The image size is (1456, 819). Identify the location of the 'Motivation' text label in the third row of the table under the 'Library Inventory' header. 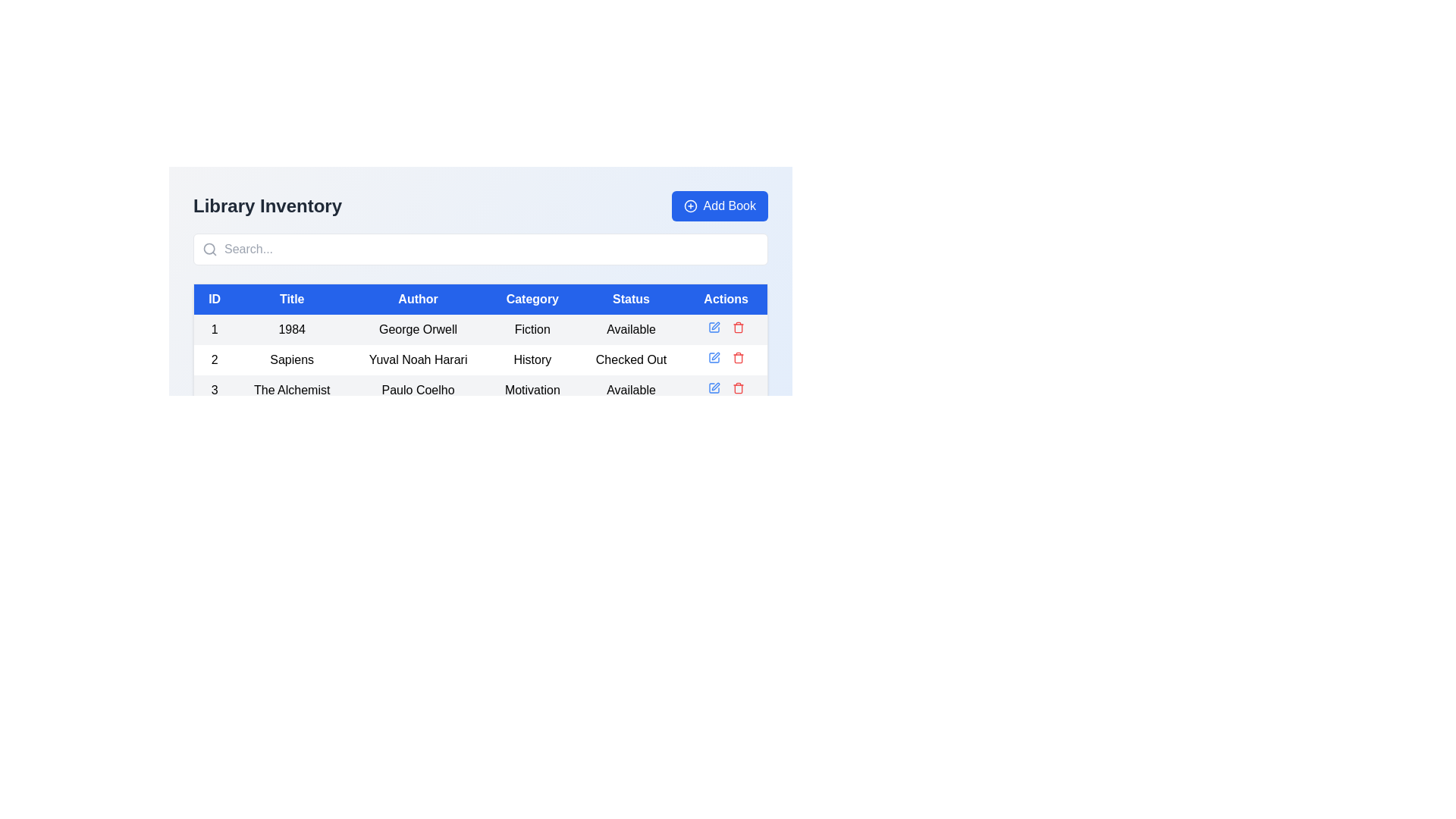
(532, 390).